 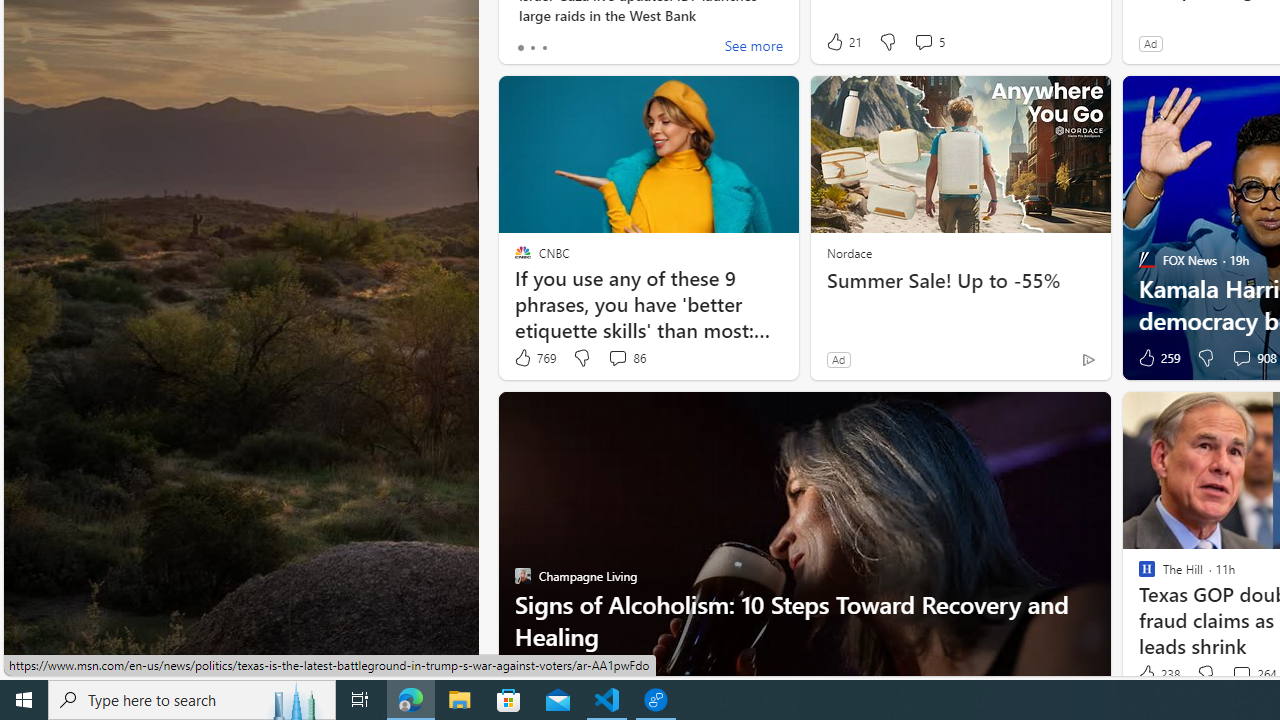 What do you see at coordinates (1240, 673) in the screenshot?
I see `'View comments 264 Comment'` at bounding box center [1240, 673].